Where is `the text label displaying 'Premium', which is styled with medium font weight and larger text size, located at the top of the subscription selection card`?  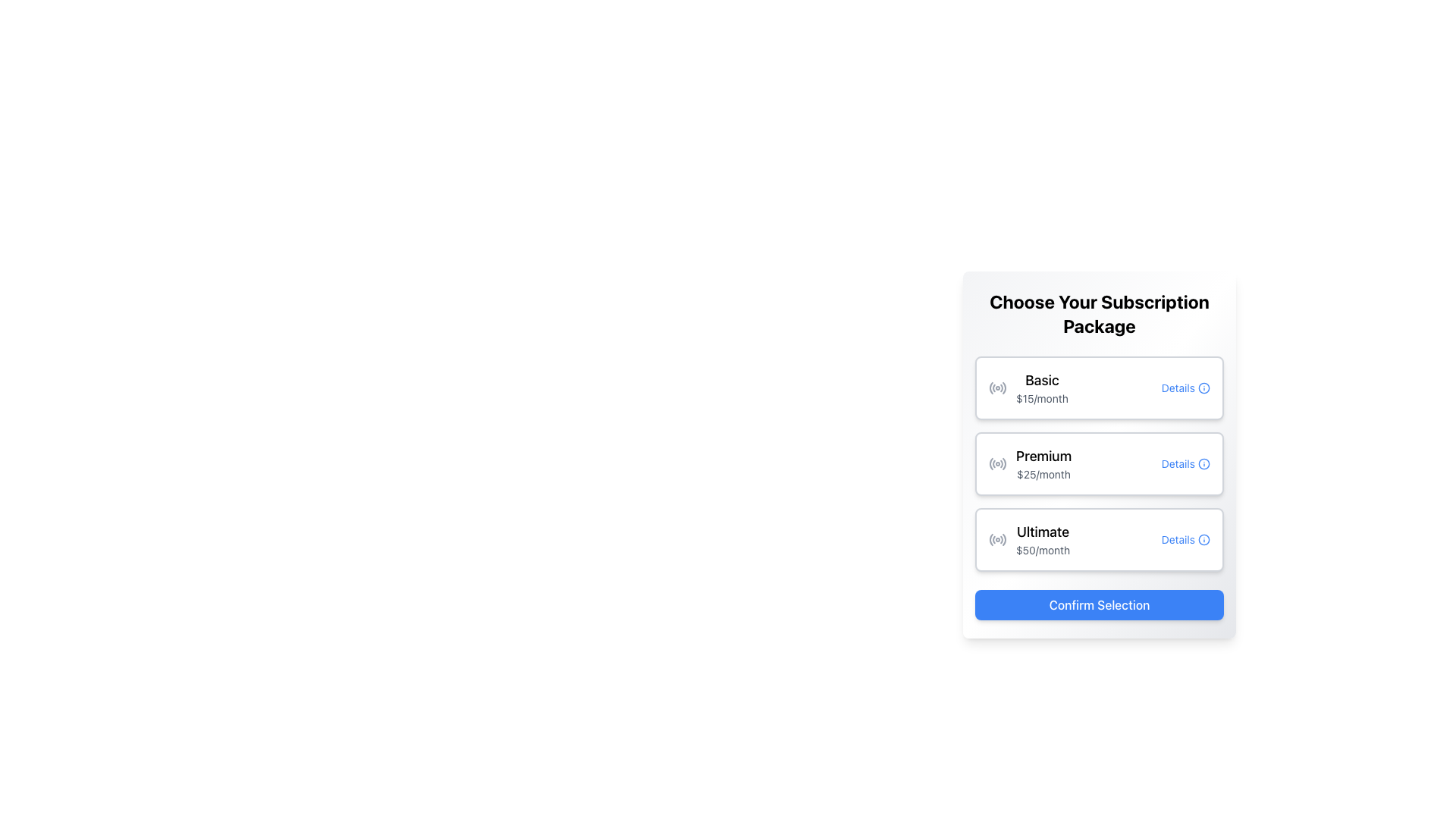
the text label displaying 'Premium', which is styled with medium font weight and larger text size, located at the top of the subscription selection card is located at coordinates (1043, 455).